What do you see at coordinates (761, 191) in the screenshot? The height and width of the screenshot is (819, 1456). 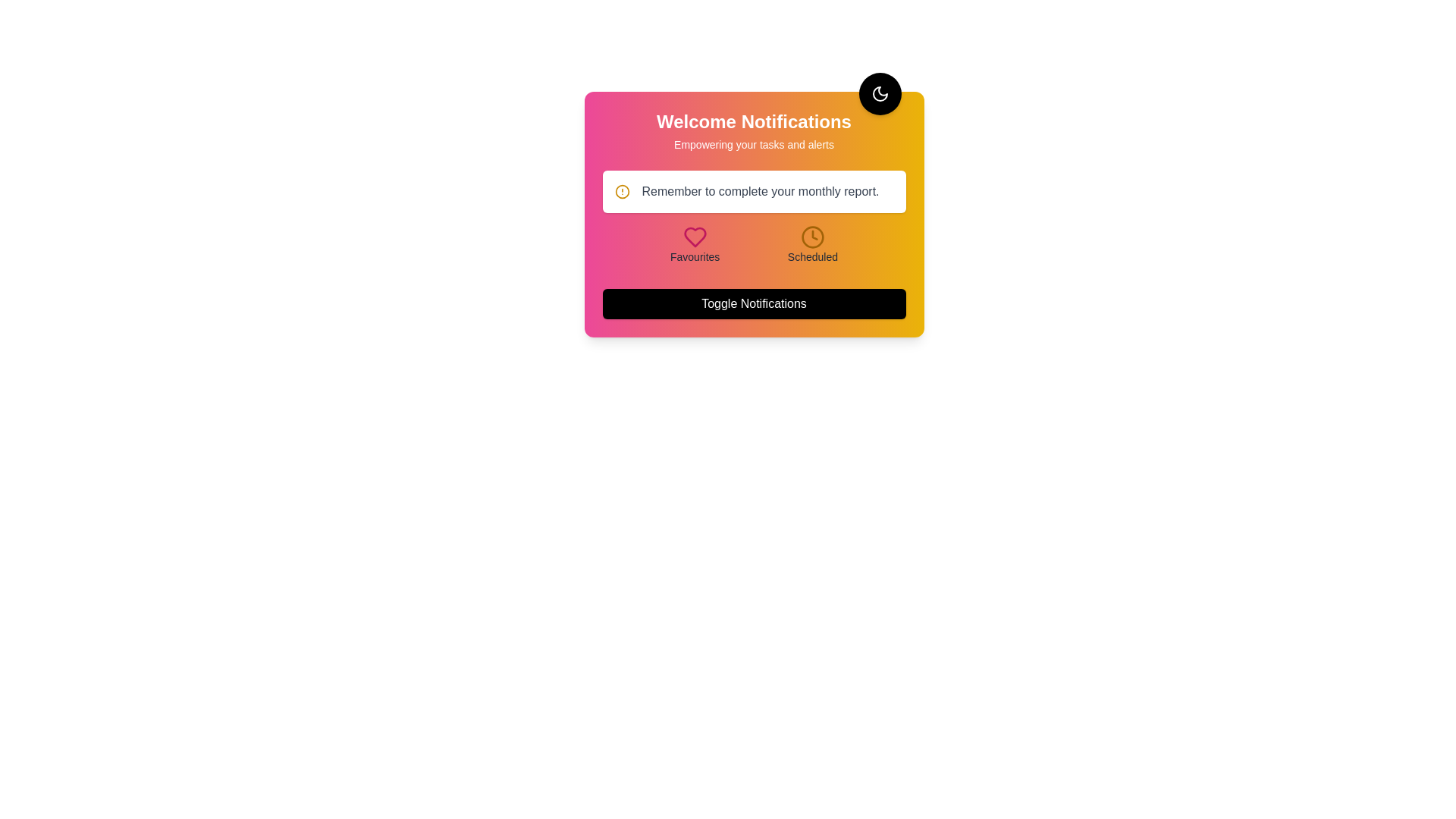 I see `the text label displaying 'Remember to complete your monthly report.' which is centrally located within a card-like interface, to the right of a yellow alert icon` at bounding box center [761, 191].